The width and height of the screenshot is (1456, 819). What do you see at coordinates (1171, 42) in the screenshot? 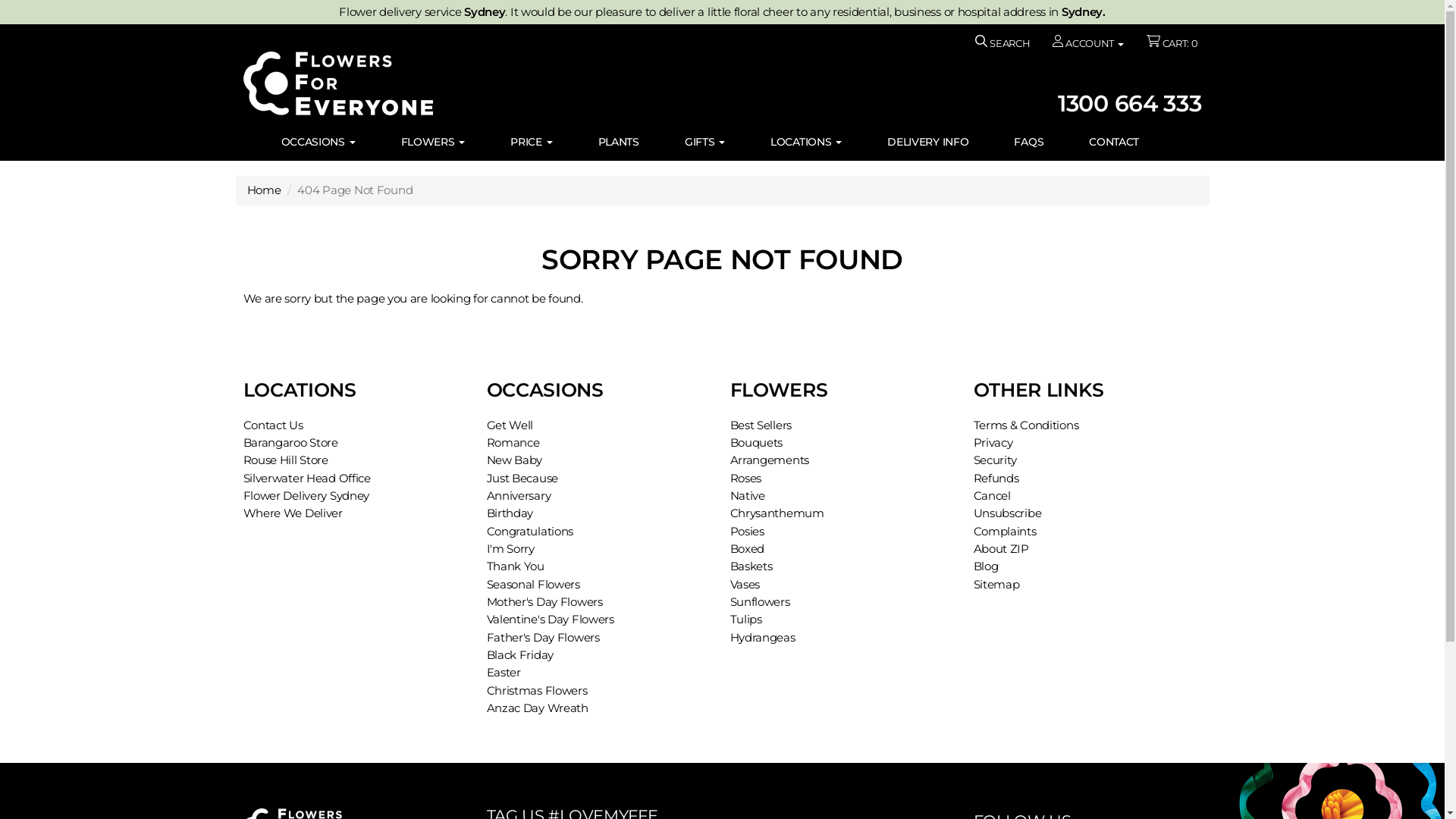
I see `'CART: 0'` at bounding box center [1171, 42].